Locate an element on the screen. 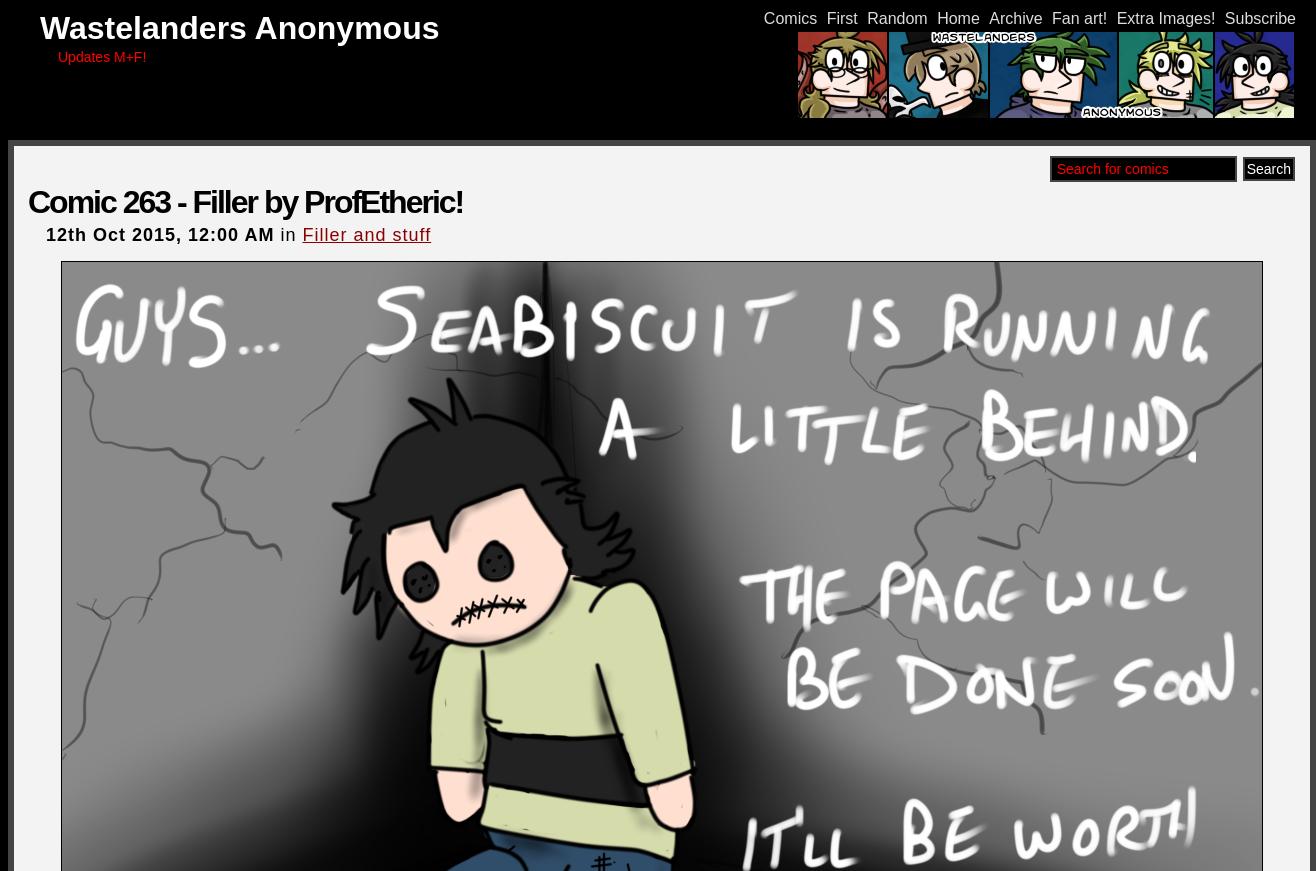 The image size is (1316, 871). 'Extra Images!' is located at coordinates (1115, 17).